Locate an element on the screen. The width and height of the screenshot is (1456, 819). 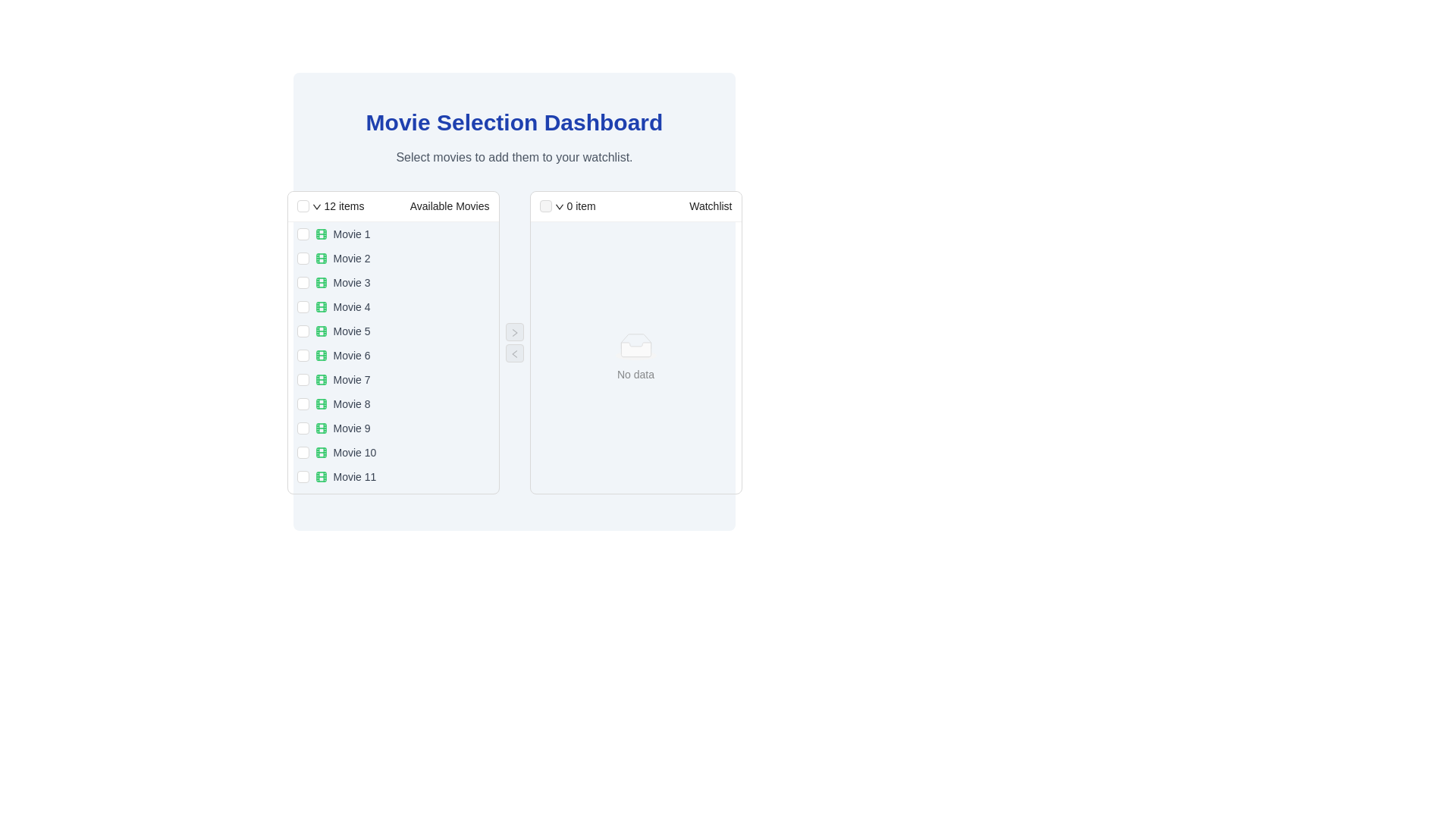
the decorative graphic component with a green border and white background that represents a film strip, located in the 'Movie 11' row of the Available Movies list in the left panel of the dashboard is located at coordinates (320, 475).